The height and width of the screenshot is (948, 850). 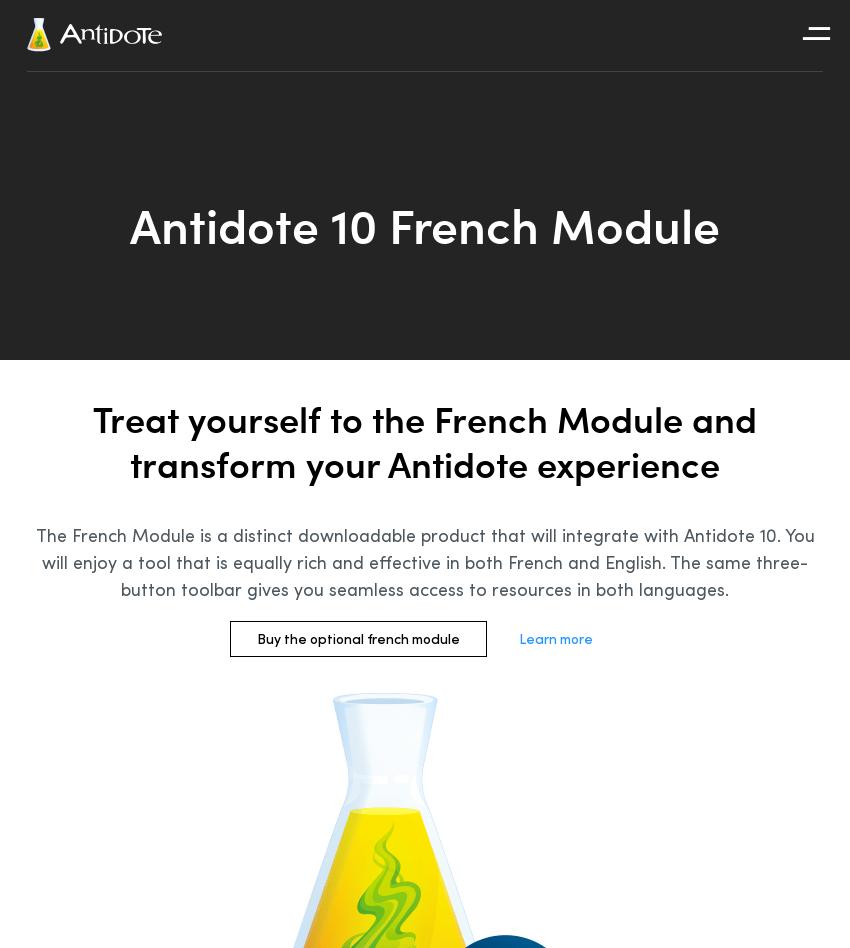 What do you see at coordinates (677, 89) in the screenshot?
I see `'Usage tips and examples'` at bounding box center [677, 89].